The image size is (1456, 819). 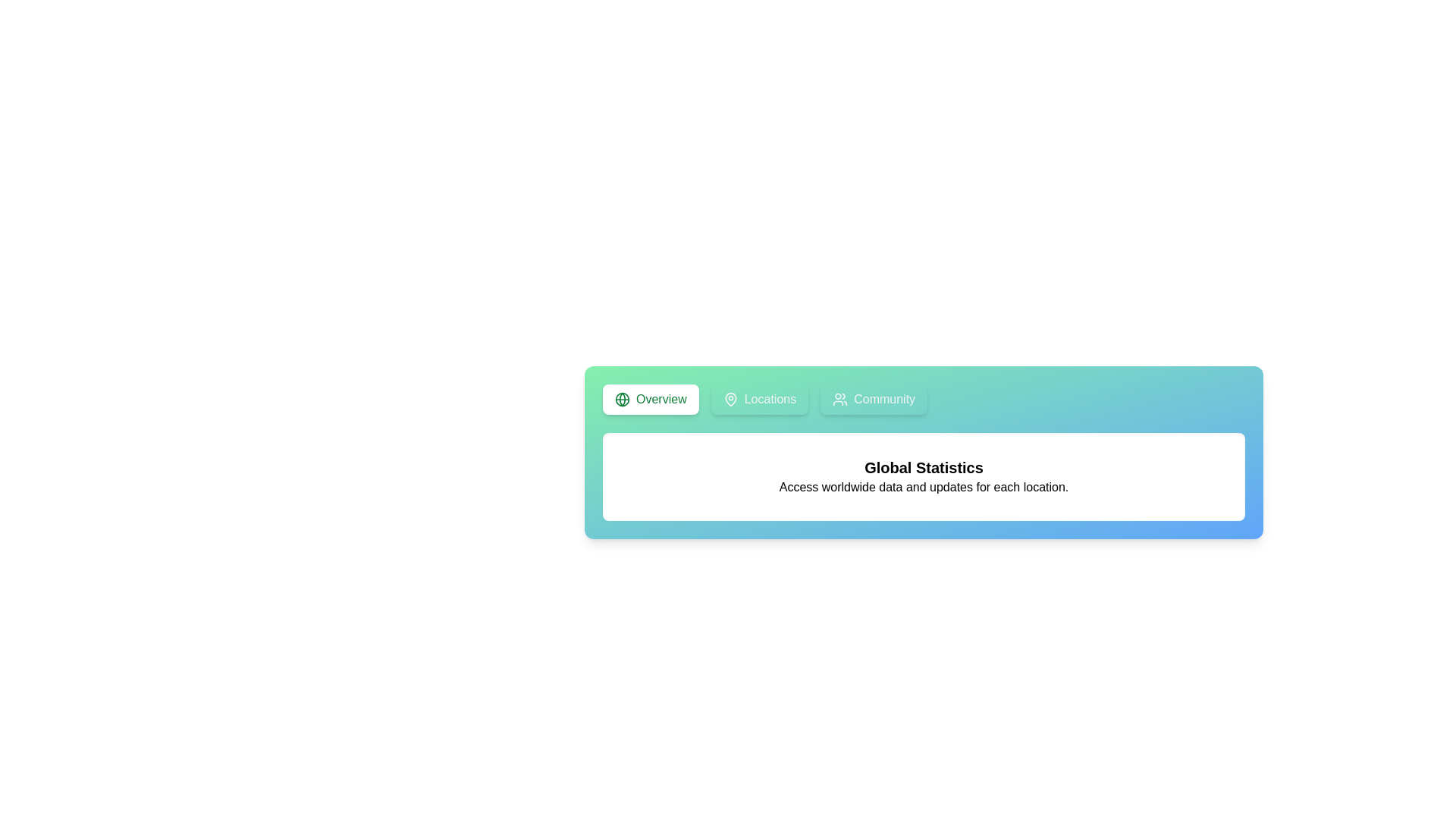 What do you see at coordinates (759, 399) in the screenshot?
I see `the 'Locations' tab to view its content` at bounding box center [759, 399].